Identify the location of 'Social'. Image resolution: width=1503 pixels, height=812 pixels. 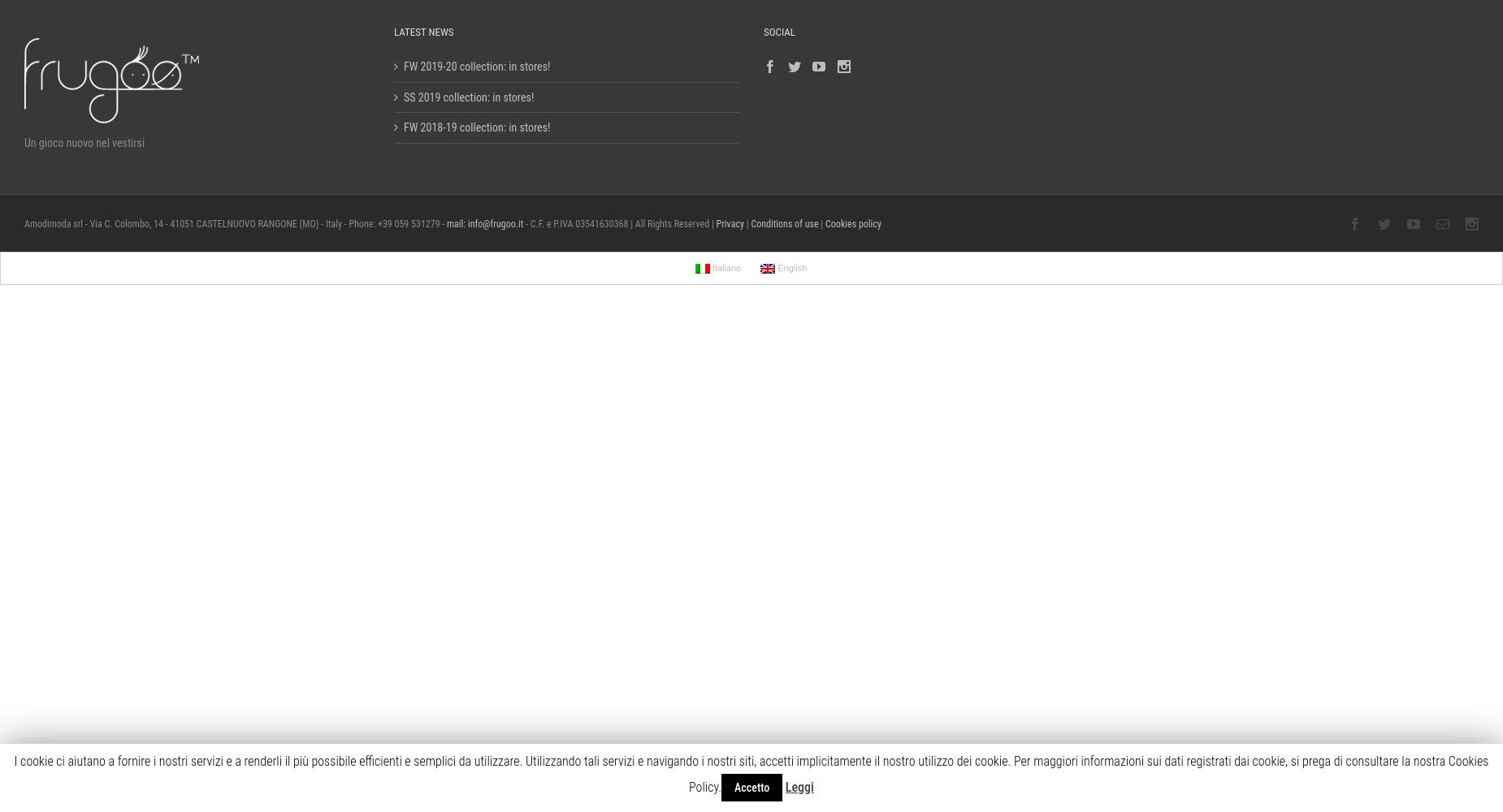
(778, 32).